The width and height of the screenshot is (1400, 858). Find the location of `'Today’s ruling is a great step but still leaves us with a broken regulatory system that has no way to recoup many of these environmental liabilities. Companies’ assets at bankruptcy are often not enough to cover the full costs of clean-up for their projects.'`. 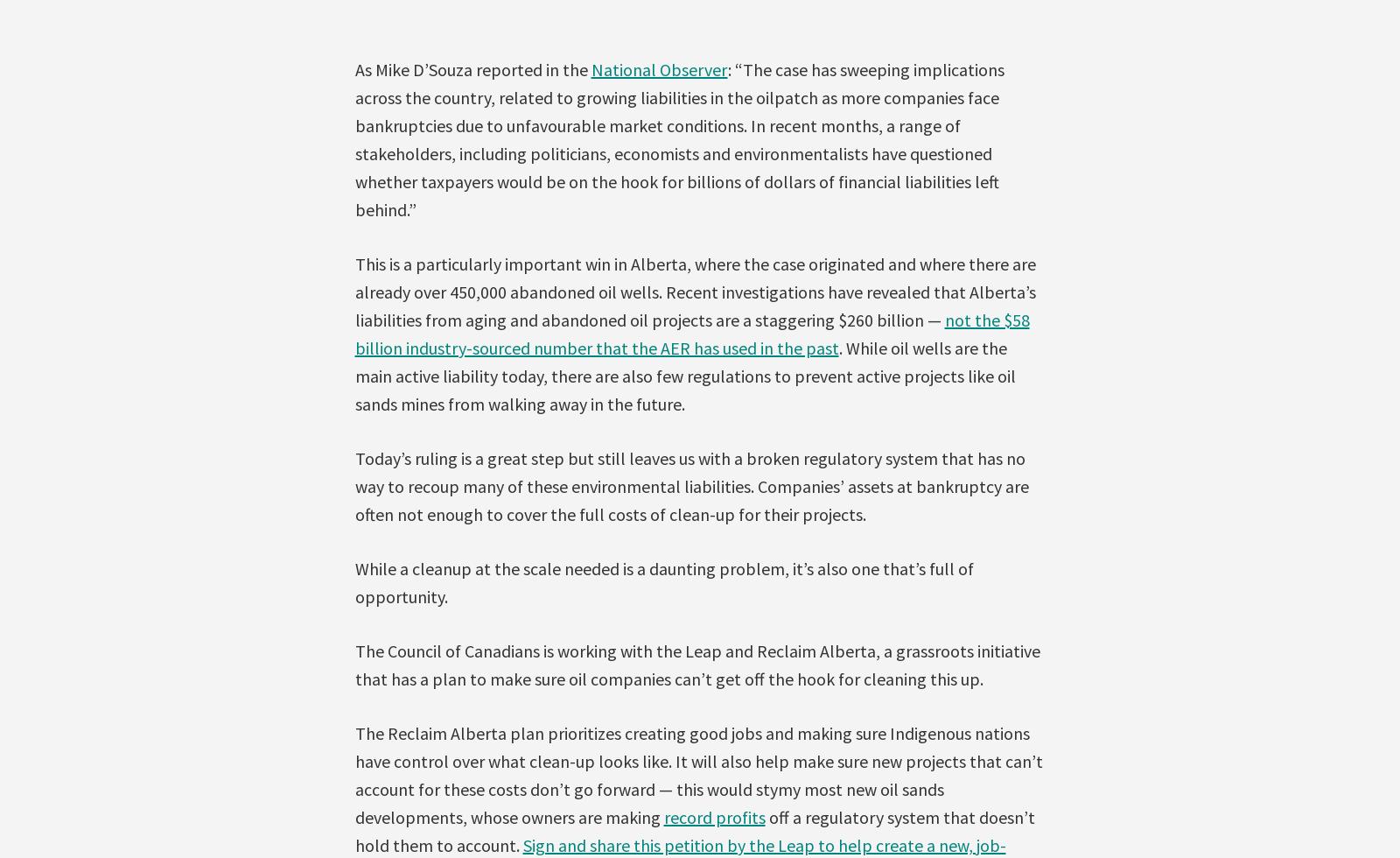

'Today’s ruling is a great step but still leaves us with a broken regulatory system that has no way to recoup many of these environmental liabilities. Companies’ assets at bankruptcy are often not enough to cover the full costs of clean-up for their projects.' is located at coordinates (691, 485).